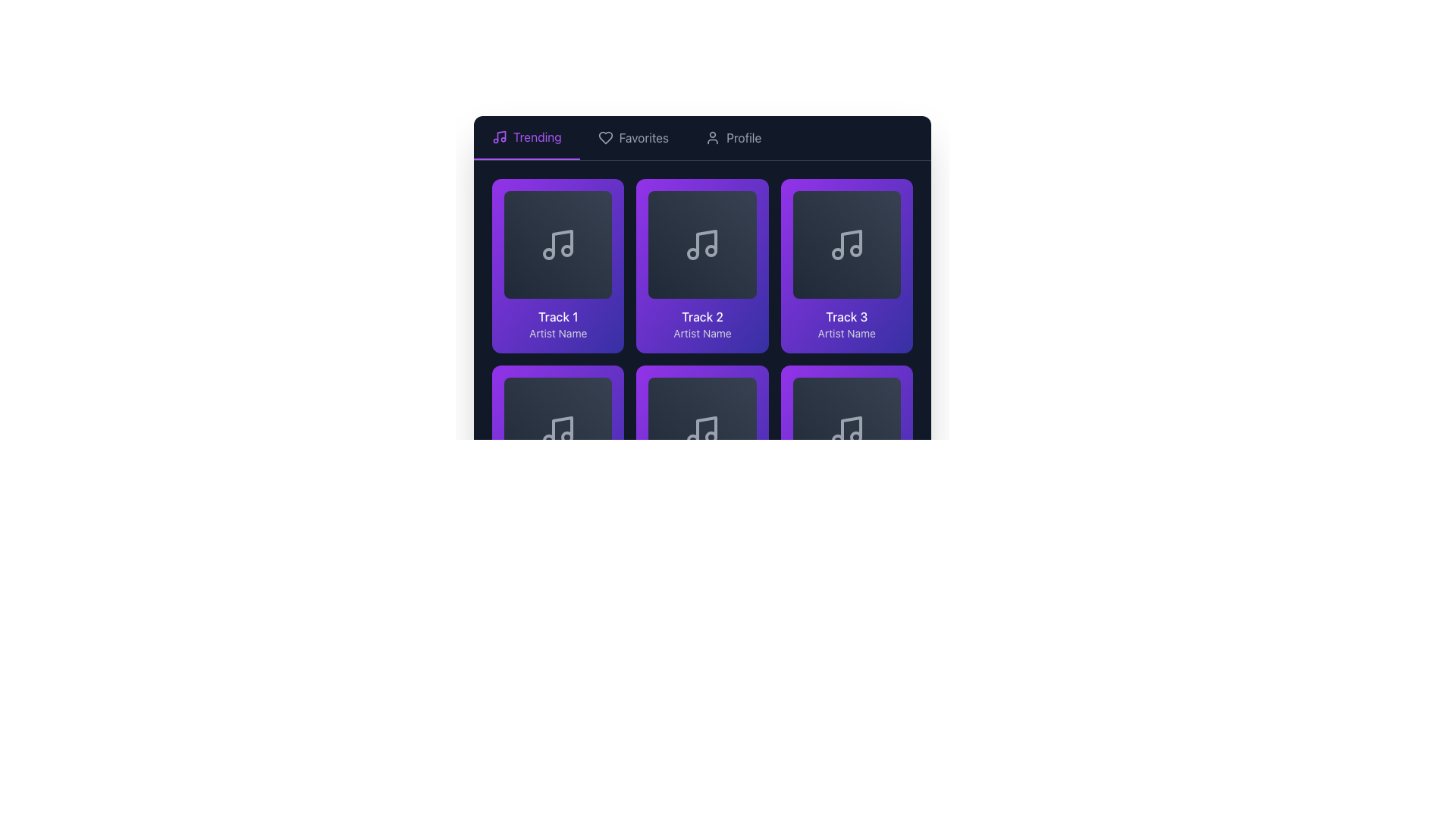 Image resolution: width=1456 pixels, height=819 pixels. Describe the element at coordinates (633, 137) in the screenshot. I see `the Favorites button in the navigation bar, which is the second item located between 'Trending' and 'Profile'` at that location.